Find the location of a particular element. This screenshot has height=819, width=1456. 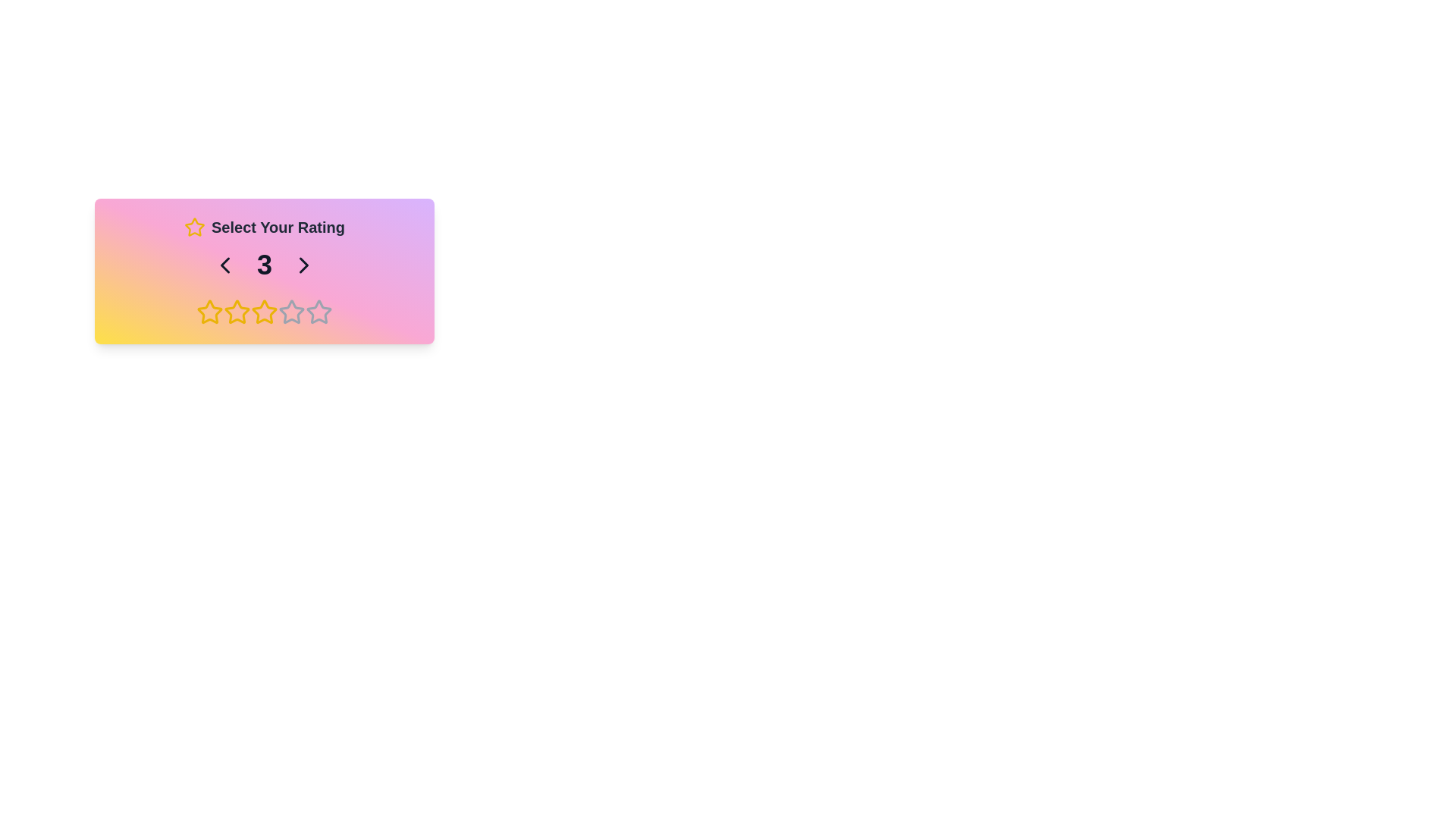

the third star icon in the horizontal sequence of five stars, which is highlighted is located at coordinates (291, 311).